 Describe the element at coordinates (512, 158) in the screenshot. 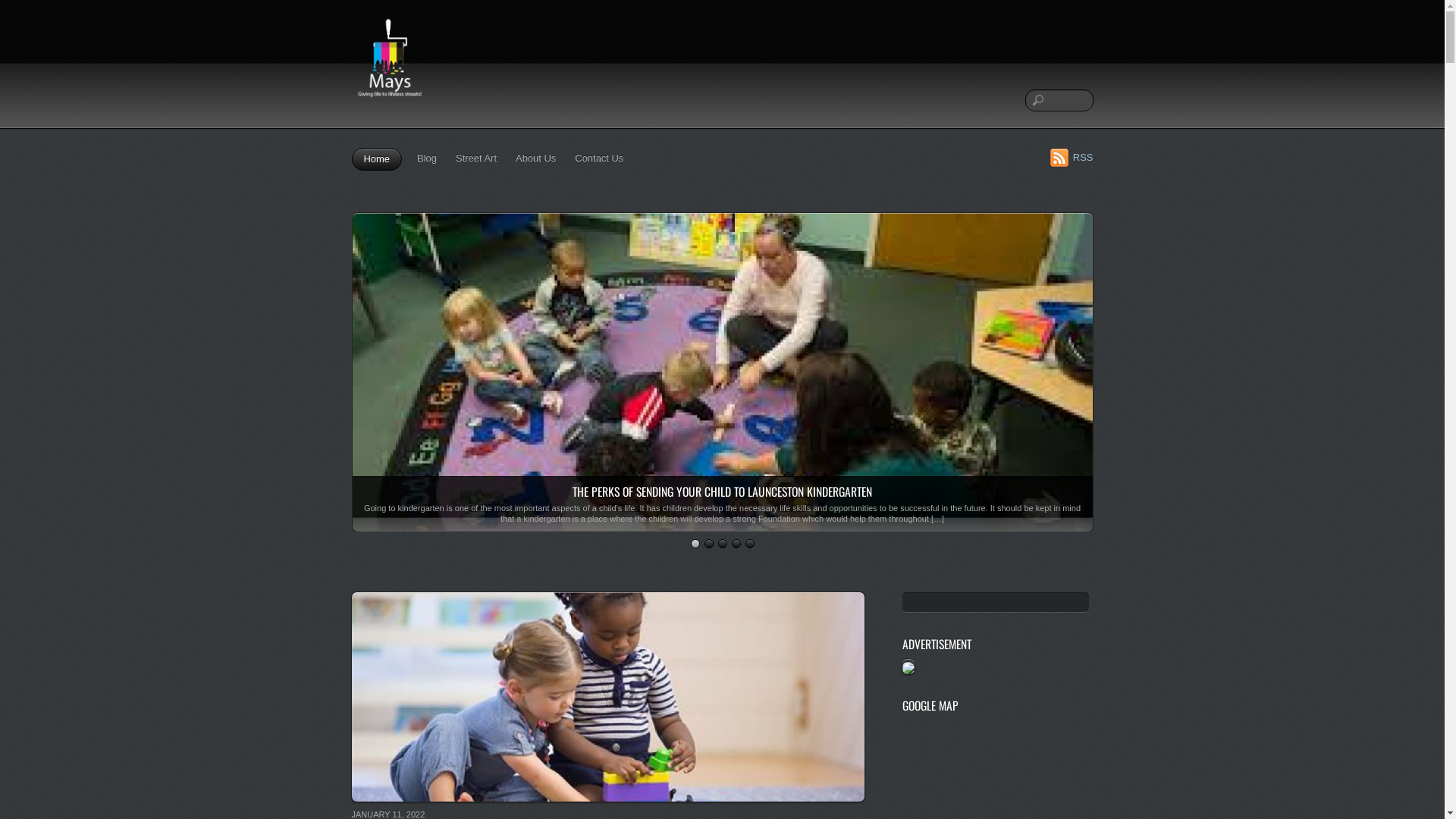

I see `'About Us'` at that location.